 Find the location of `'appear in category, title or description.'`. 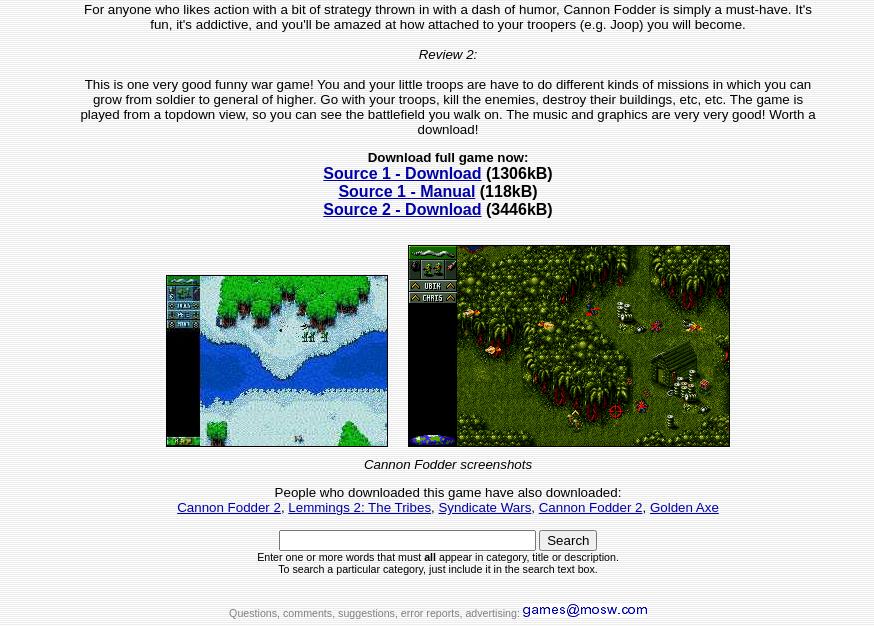

'appear in category, title or description.' is located at coordinates (527, 557).